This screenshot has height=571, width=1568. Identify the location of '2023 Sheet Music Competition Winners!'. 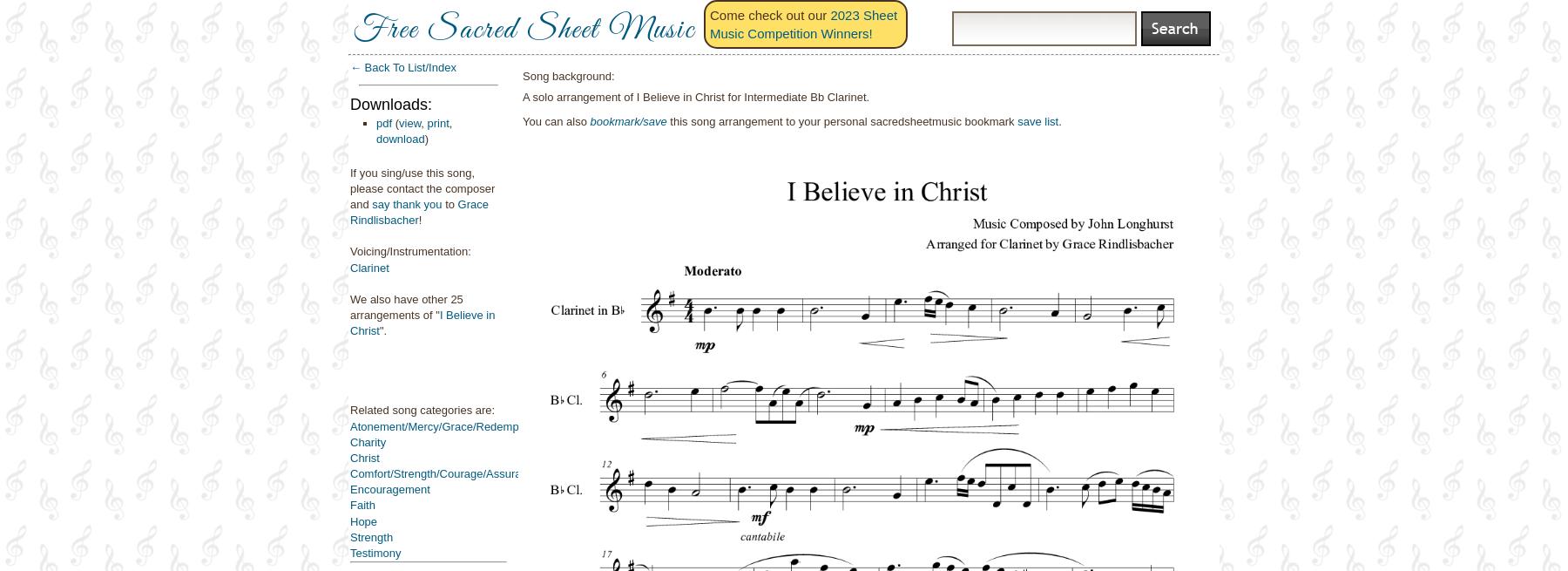
(802, 23).